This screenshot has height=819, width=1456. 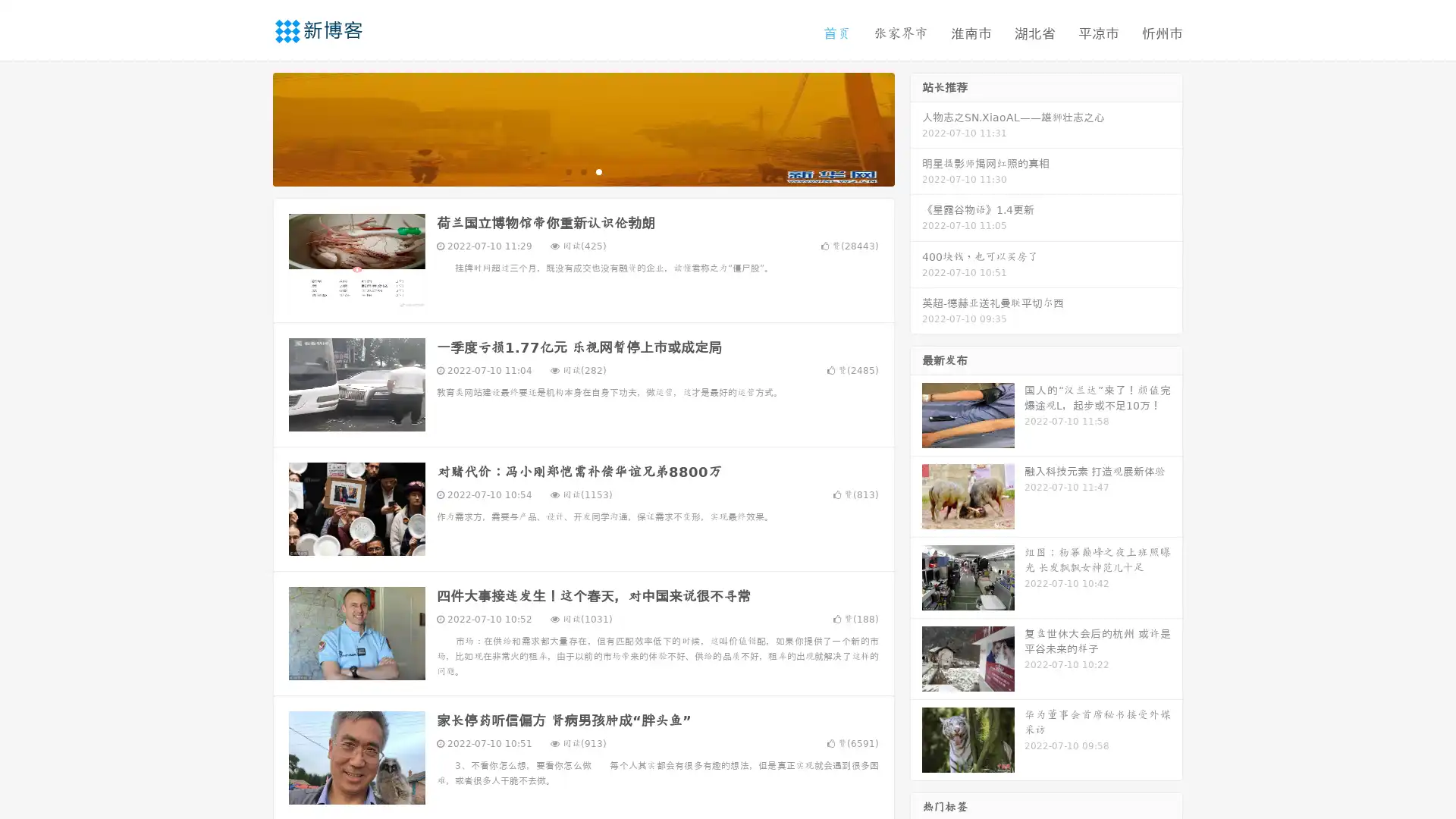 I want to click on Go to slide 2, so click(x=582, y=171).